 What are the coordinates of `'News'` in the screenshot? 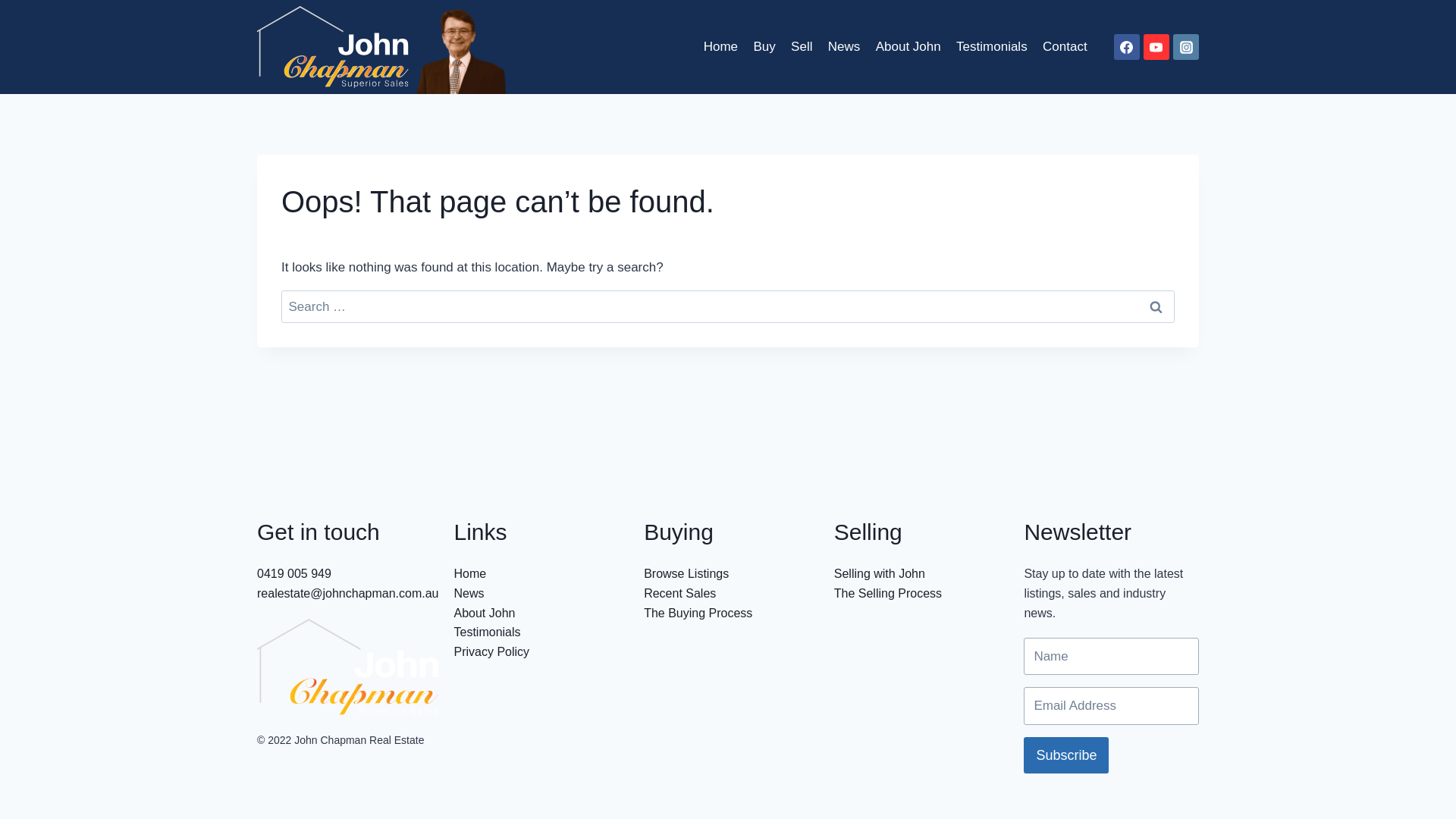 It's located at (468, 592).